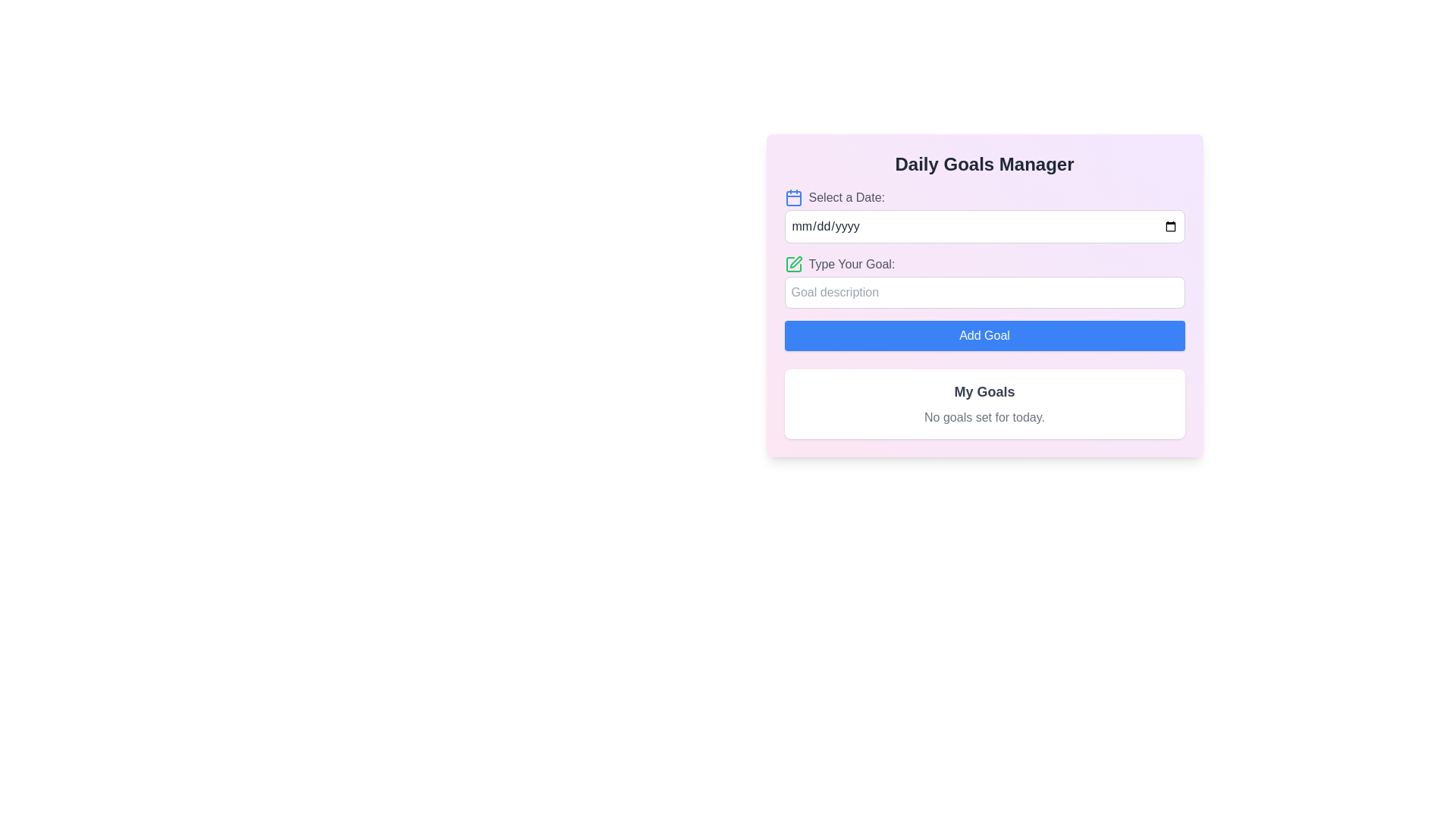  I want to click on the Date input field for the Daily Goals Manager, so click(984, 216).